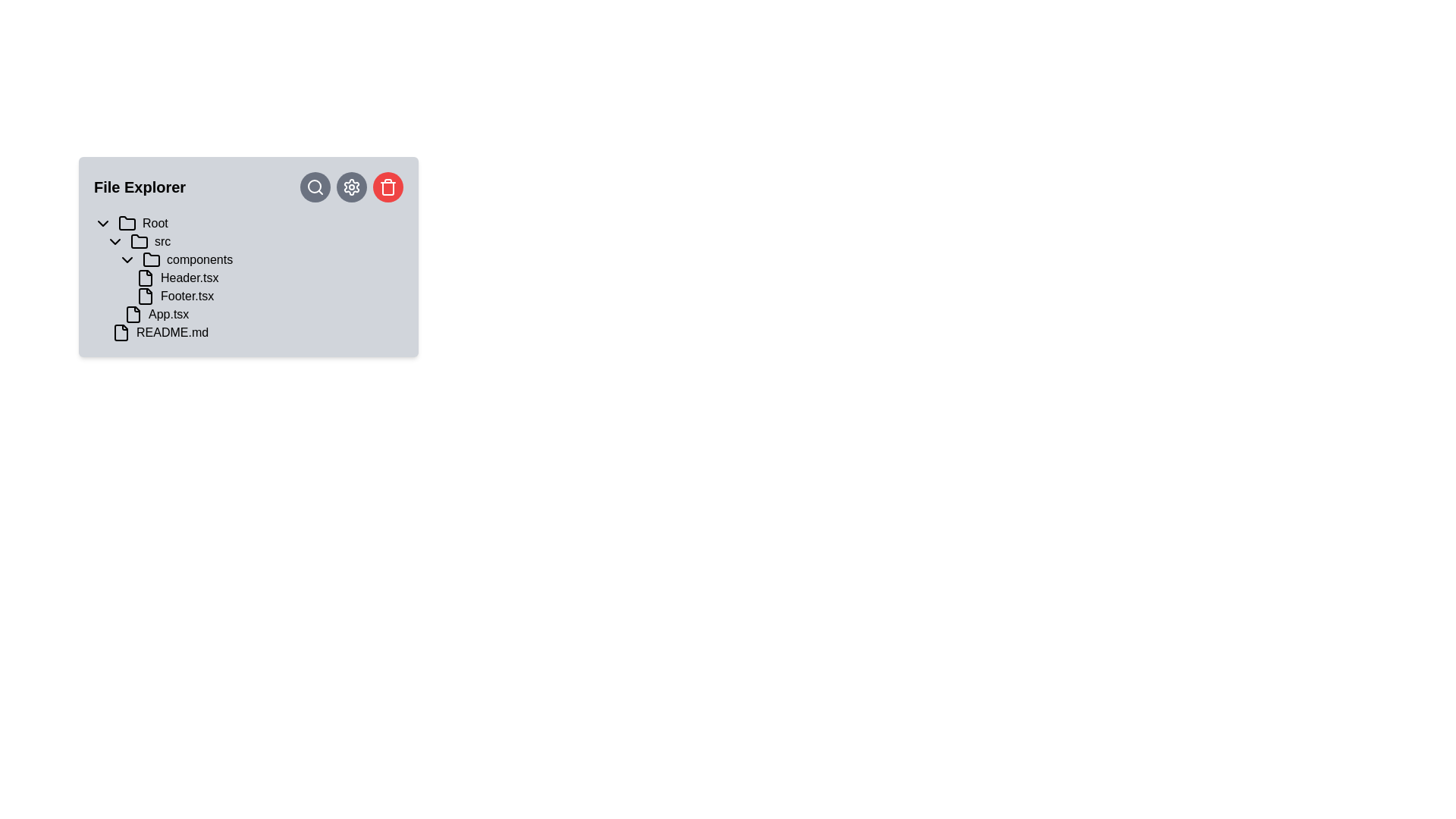  Describe the element at coordinates (139, 240) in the screenshot. I see `the folder icon located next to the text 'src' in the file explorer` at that location.